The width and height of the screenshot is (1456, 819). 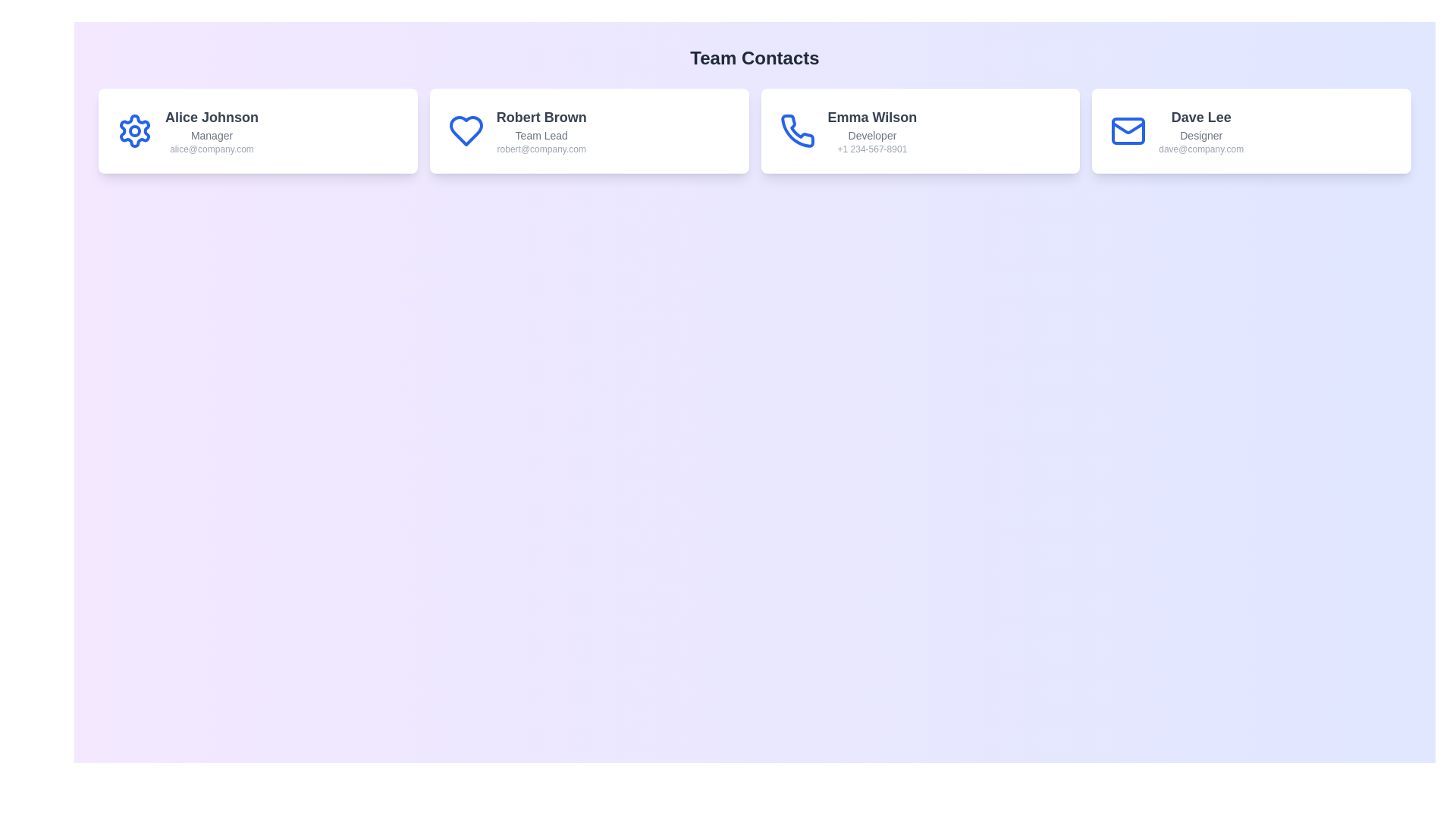 I want to click on the settings icon located to the far left within the card containing Alice Johnson's contact details, so click(x=134, y=130).